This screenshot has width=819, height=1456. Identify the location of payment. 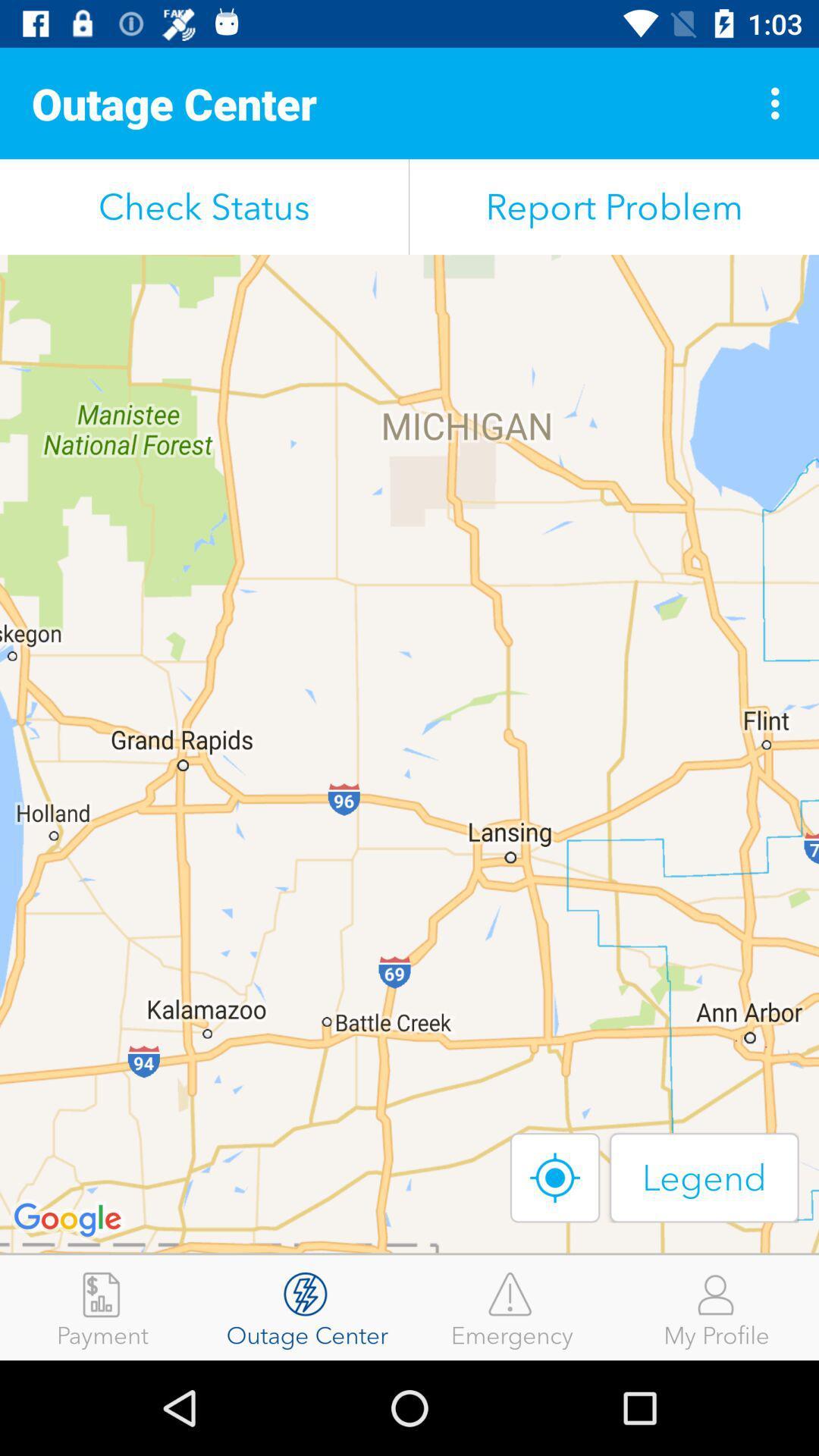
(102, 1307).